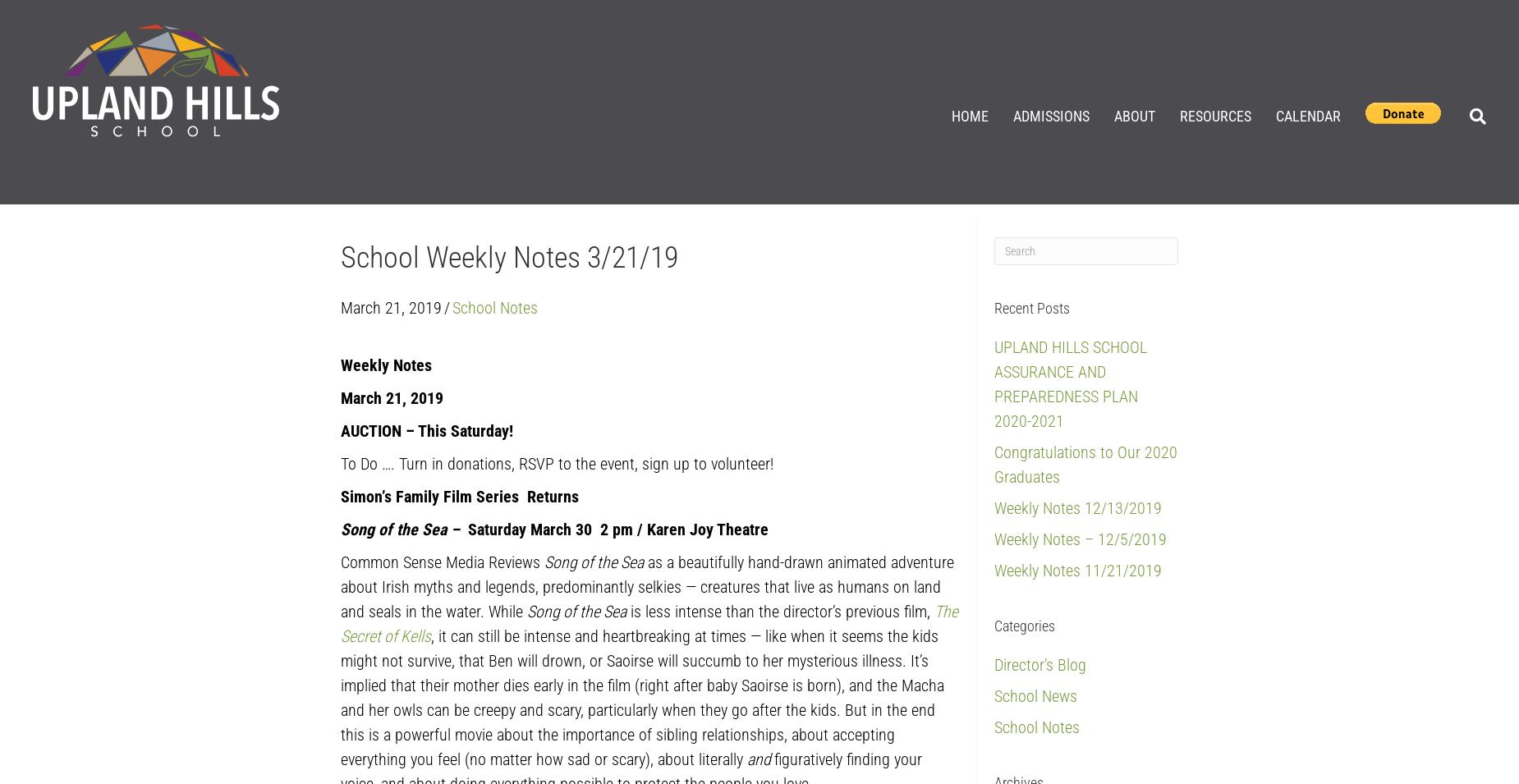  What do you see at coordinates (443, 560) in the screenshot?
I see `'Common Sense Media Reviews'` at bounding box center [443, 560].